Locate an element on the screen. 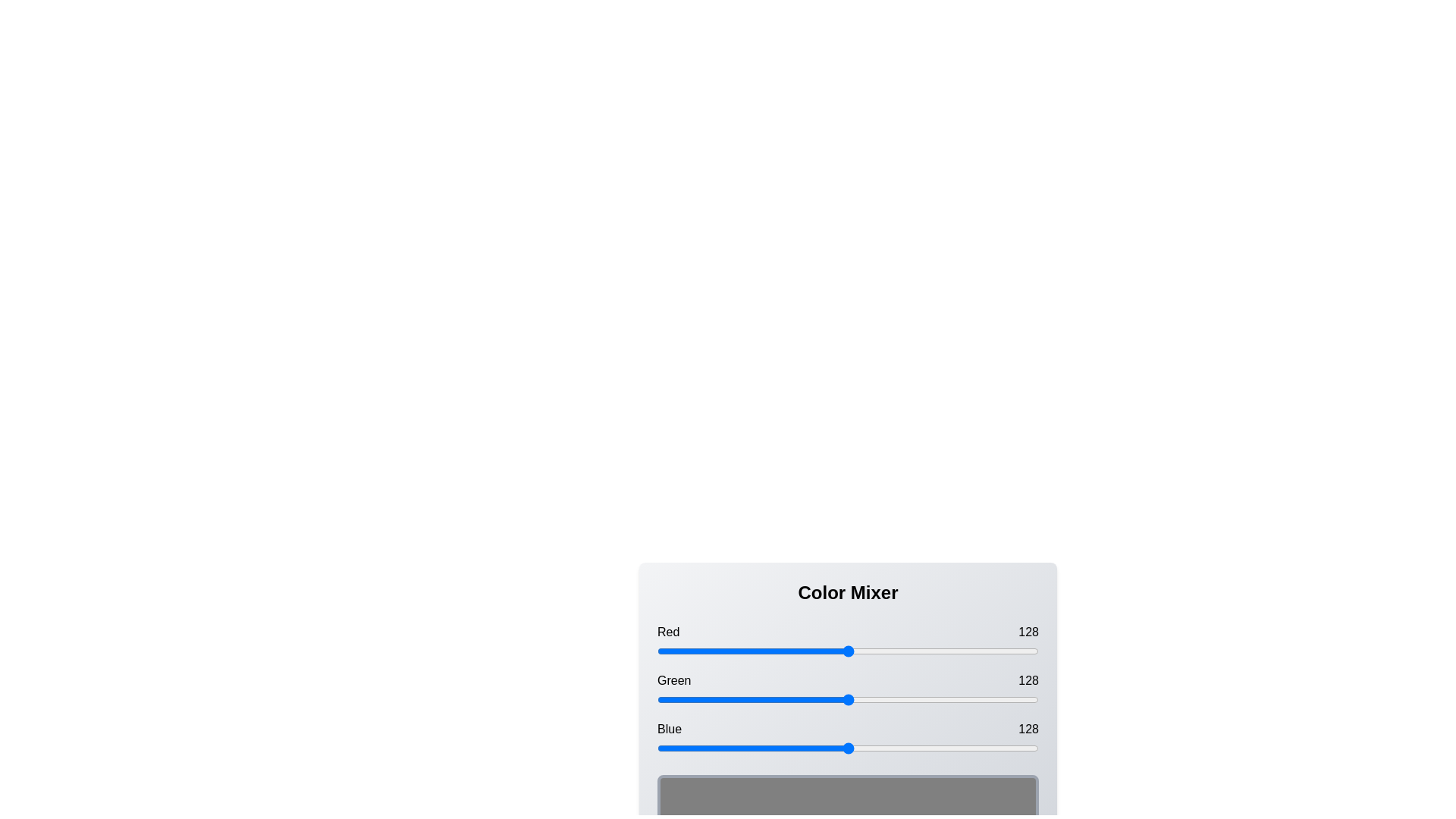 This screenshot has height=819, width=1456. the green slider to set its value to 221 is located at coordinates (987, 699).